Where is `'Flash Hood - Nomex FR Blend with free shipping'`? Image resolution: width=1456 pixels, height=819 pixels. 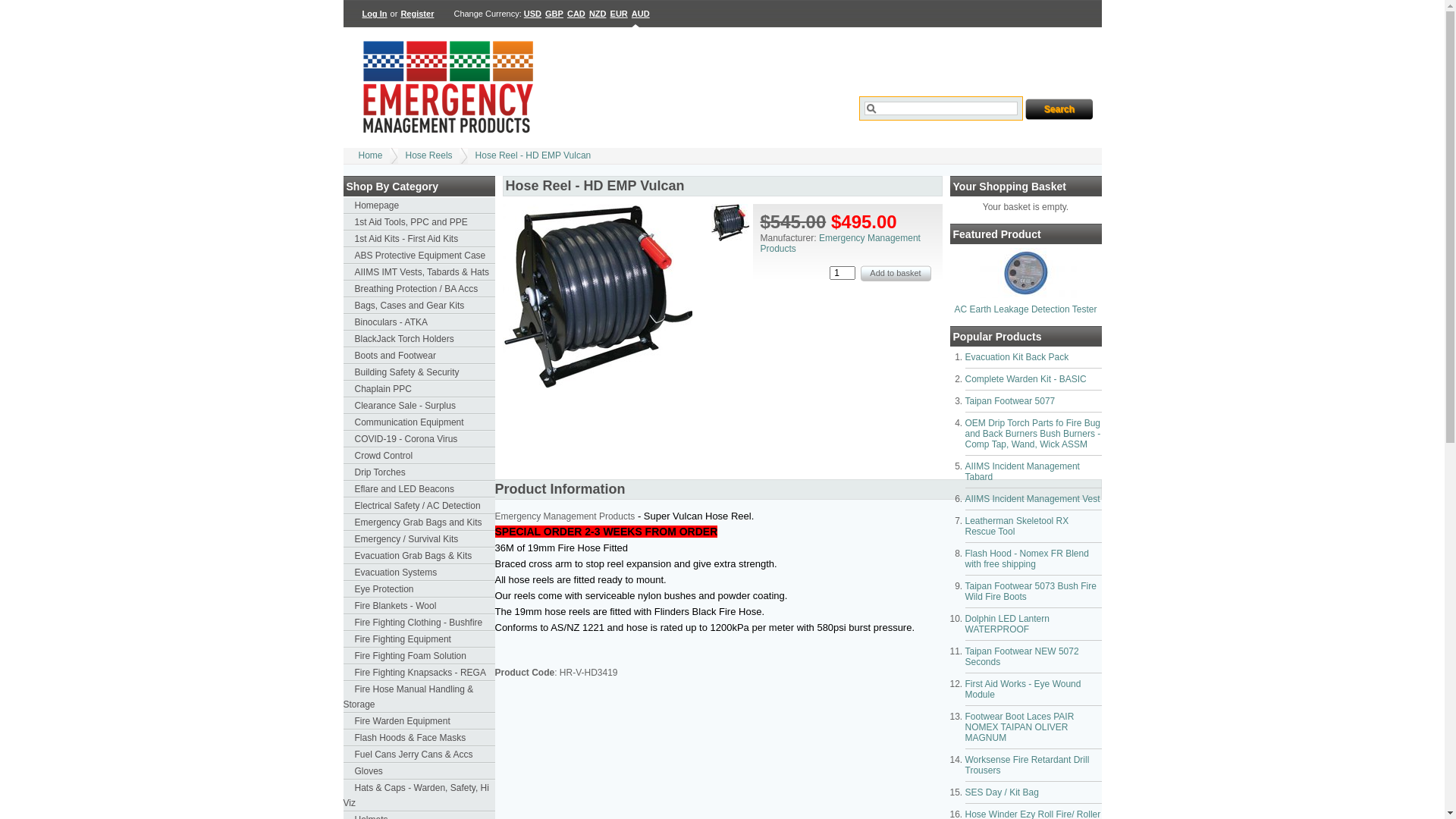 'Flash Hood - Nomex FR Blend with free shipping' is located at coordinates (1026, 558).